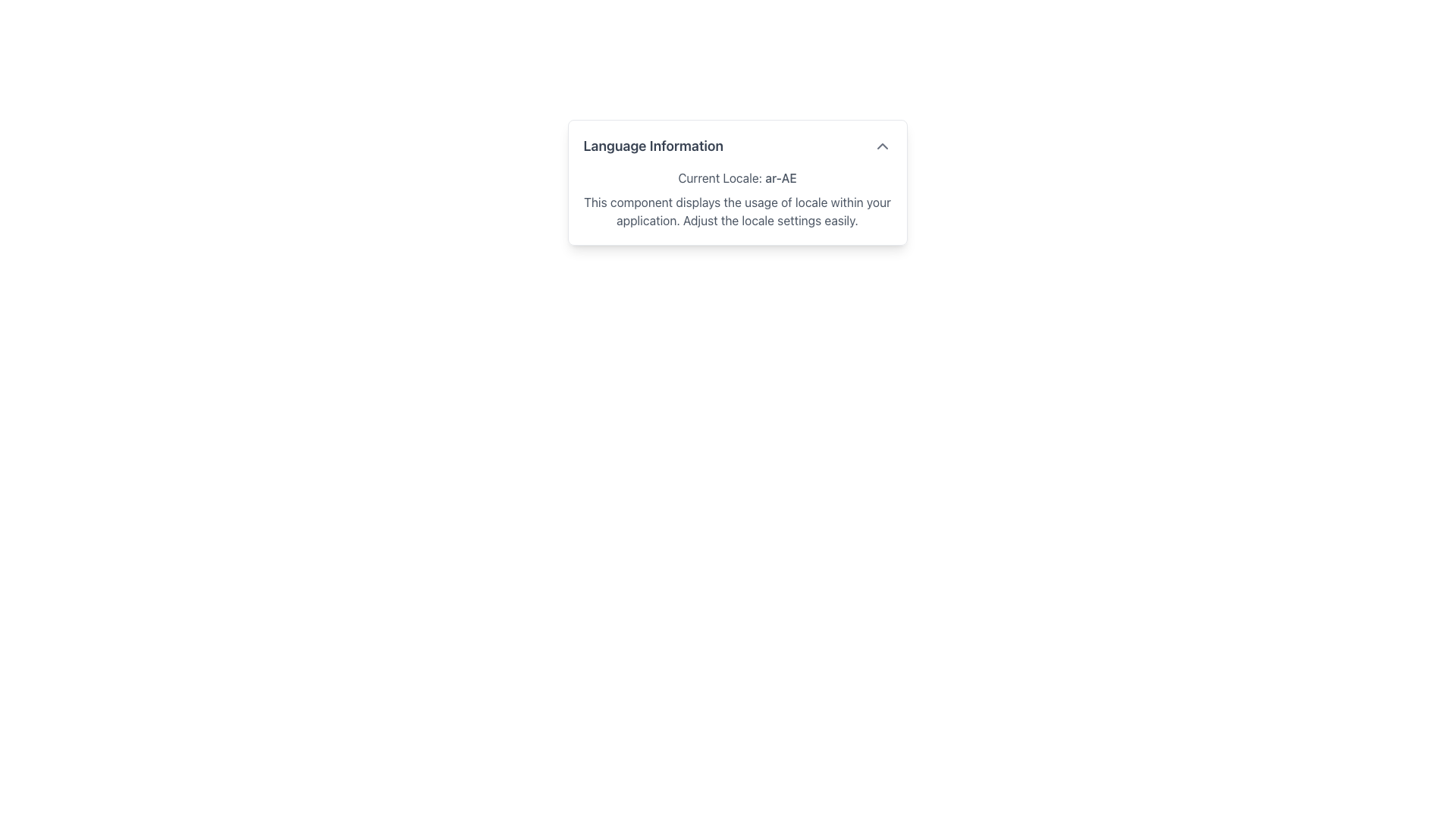 The height and width of the screenshot is (819, 1456). I want to click on the Text Label displaying 'Current Locale: ar-AE', which is located below the 'Language Information' title, so click(737, 177).